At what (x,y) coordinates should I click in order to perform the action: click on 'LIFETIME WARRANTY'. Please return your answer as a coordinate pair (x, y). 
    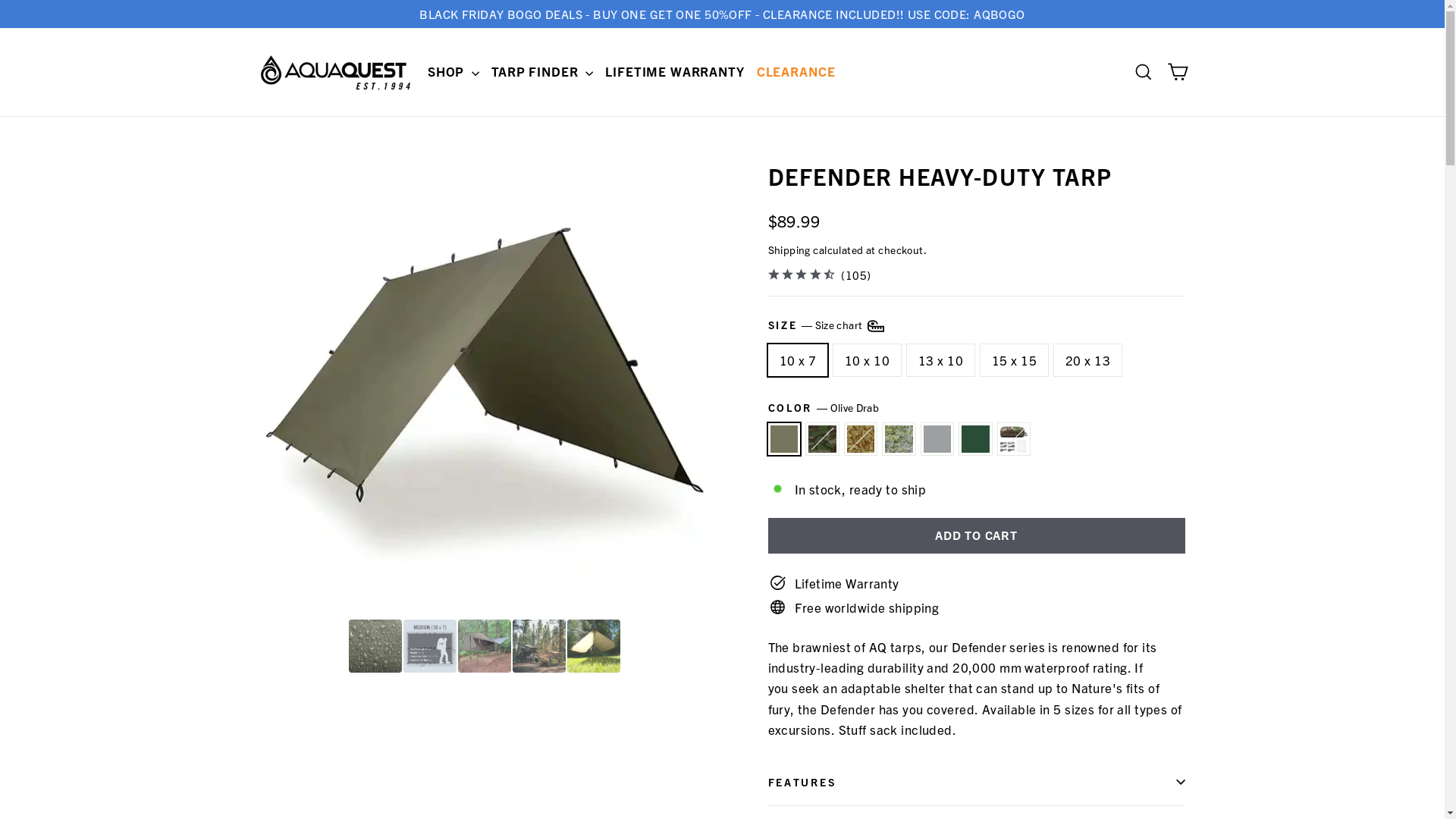
    Looking at the image, I should click on (598, 71).